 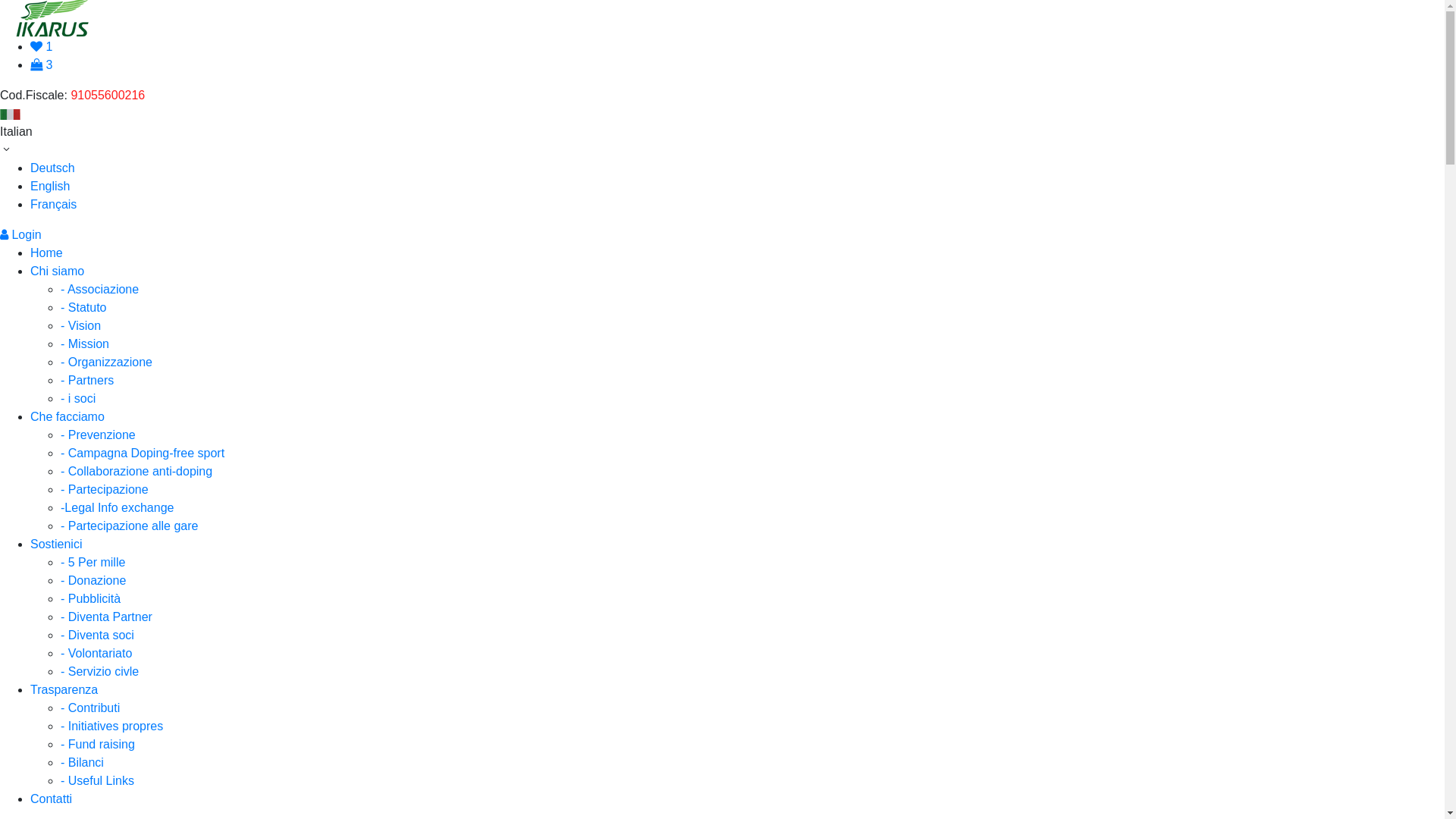 What do you see at coordinates (30, 543) in the screenshot?
I see `'Sostienici'` at bounding box center [30, 543].